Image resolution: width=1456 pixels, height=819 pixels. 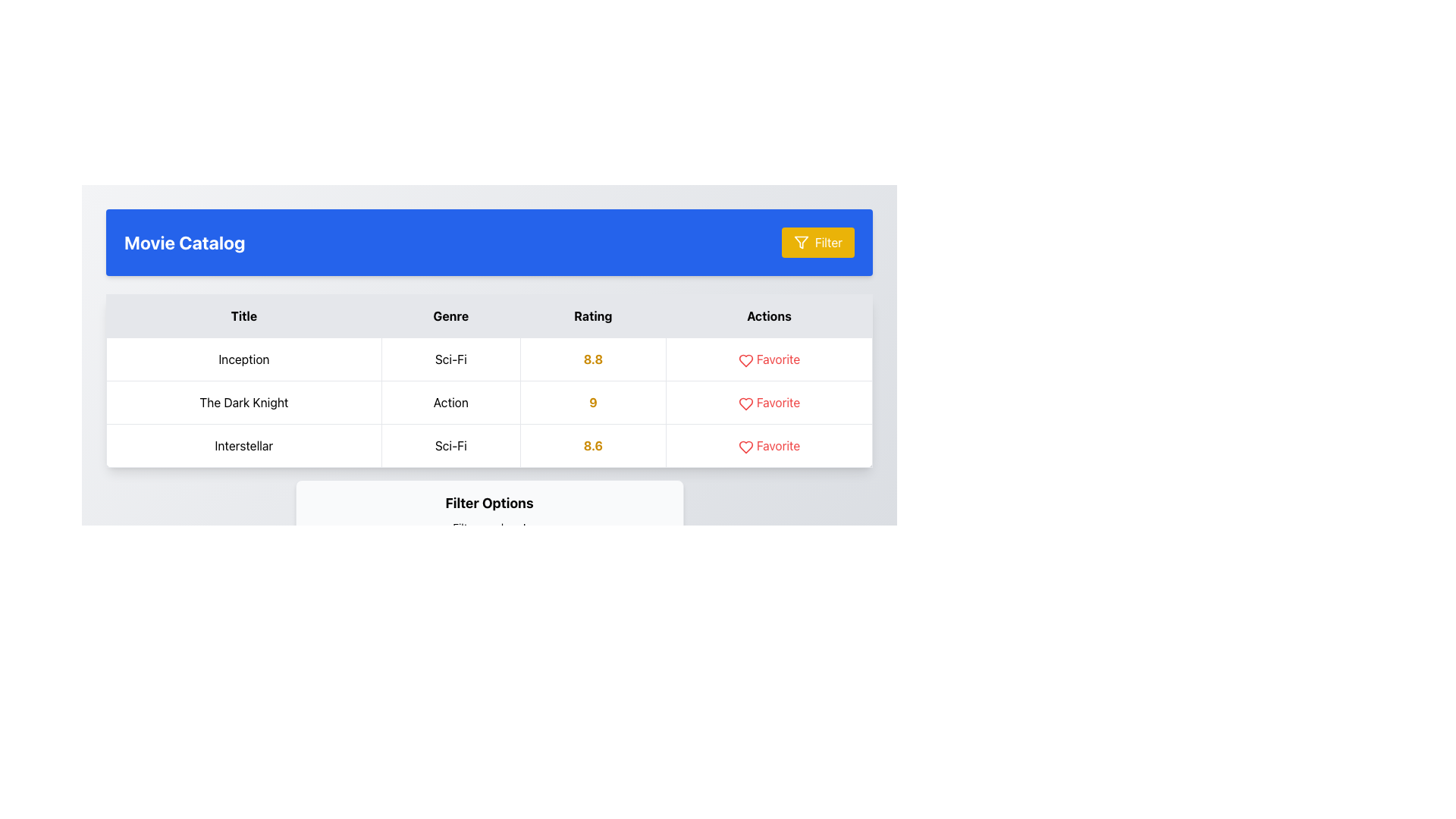 What do you see at coordinates (592, 402) in the screenshot?
I see `the rating score display for the movie 'The Dark Knight' located in the 'Rating' column of the table` at bounding box center [592, 402].